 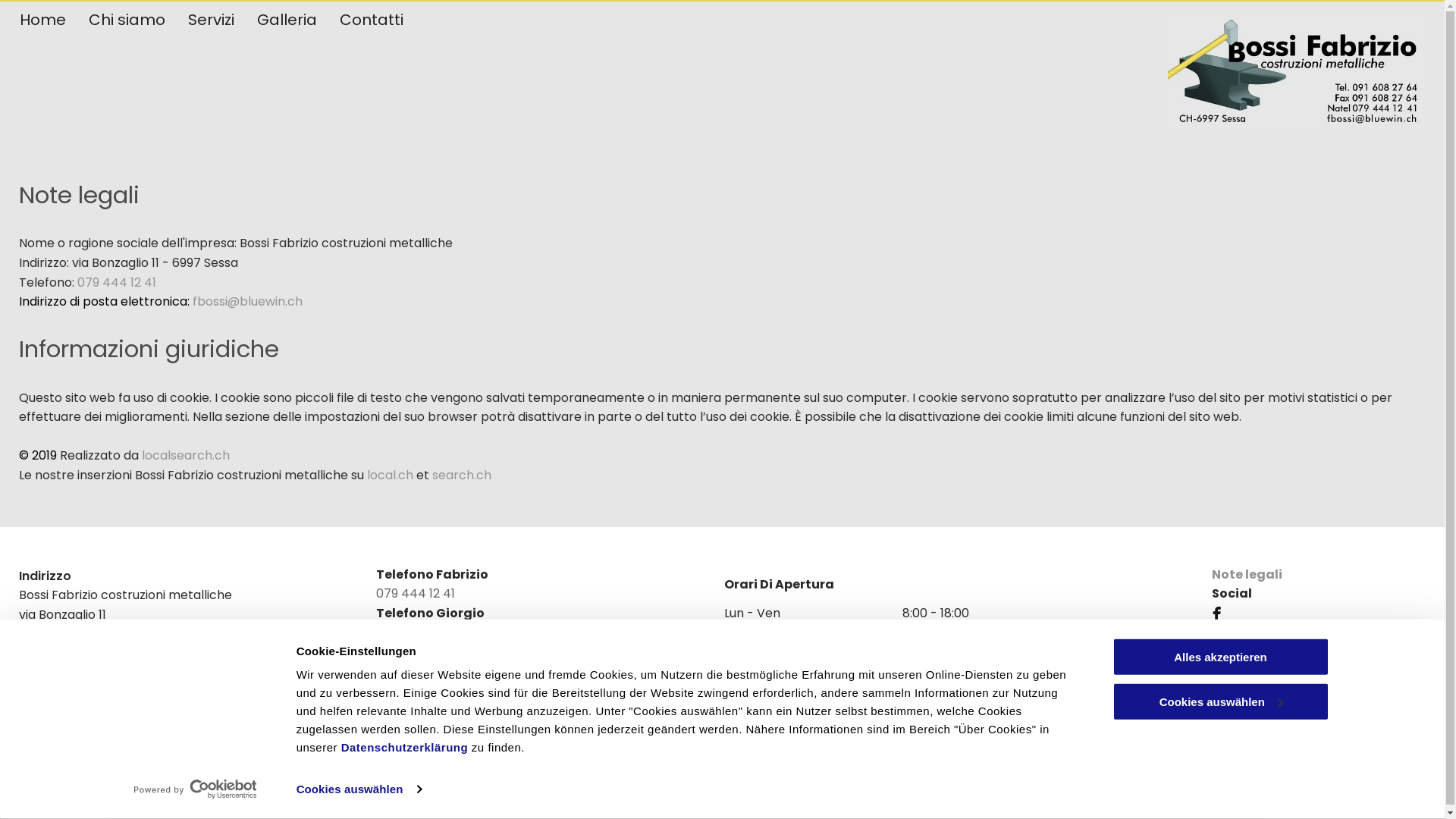 I want to click on 'localsearch.ch', so click(x=142, y=454).